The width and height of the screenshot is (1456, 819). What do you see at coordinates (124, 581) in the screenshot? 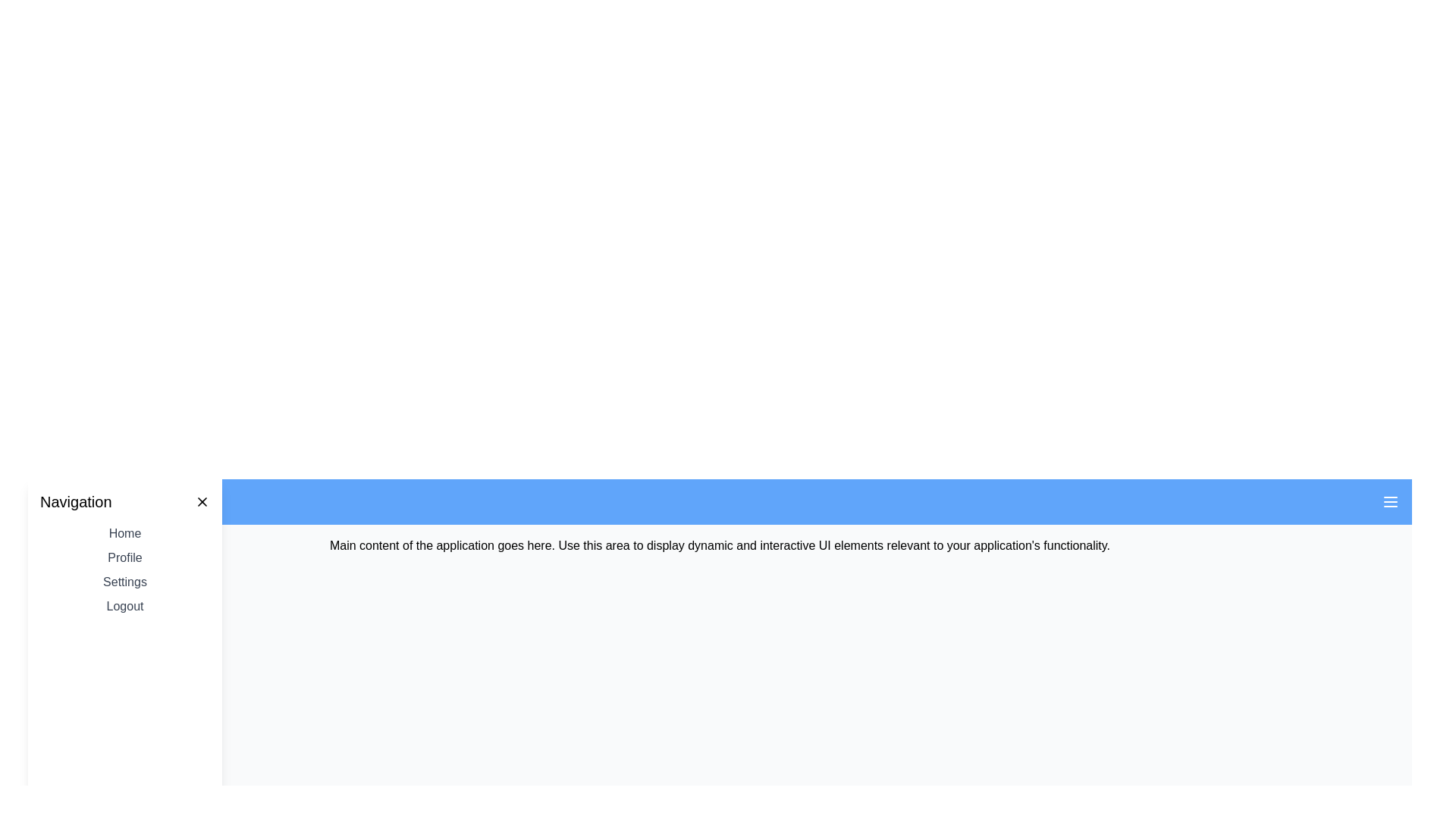
I see `the 'Settings' navigation link located in the left sidebar` at bounding box center [124, 581].